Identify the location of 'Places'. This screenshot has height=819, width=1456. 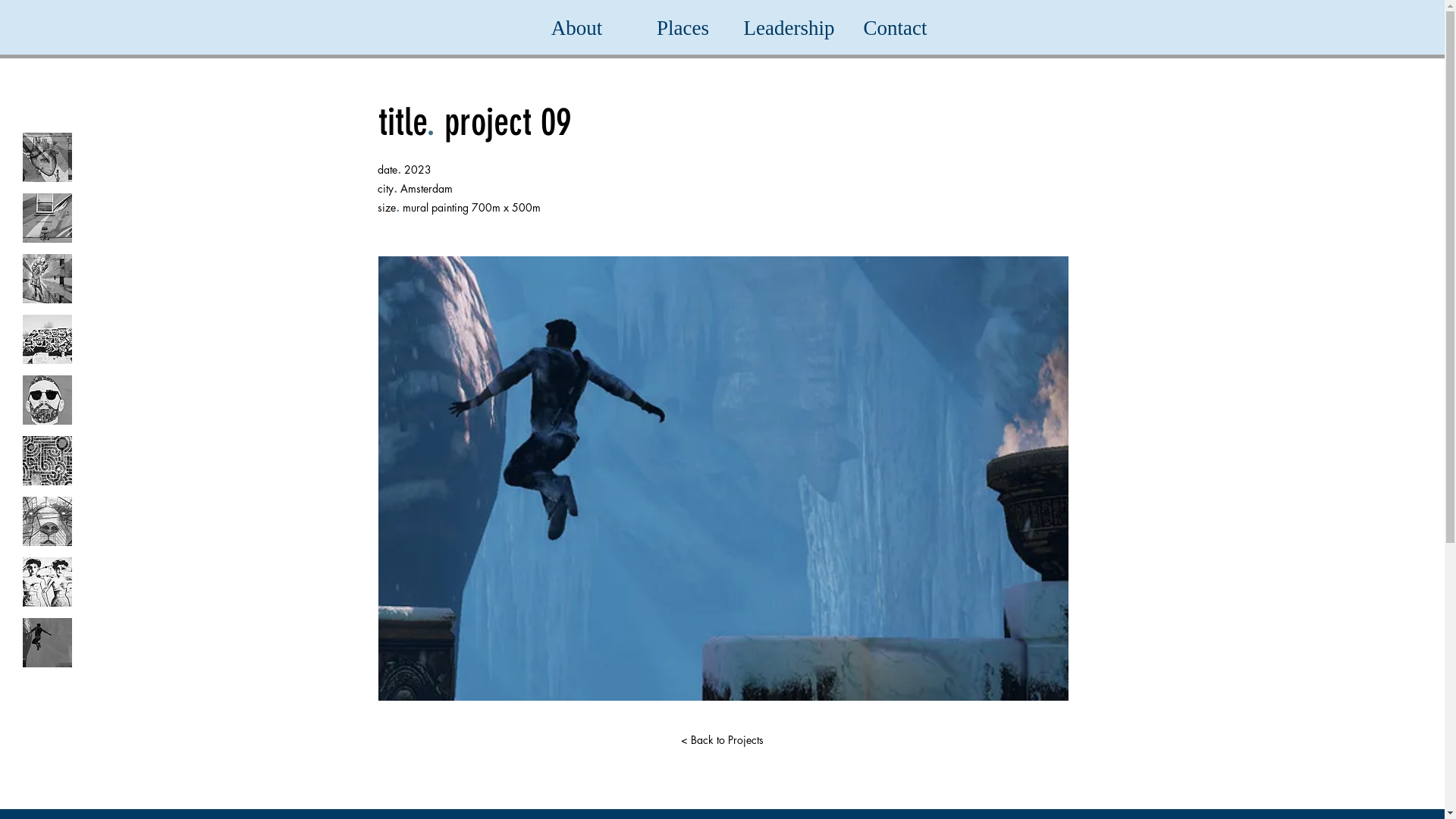
(682, 28).